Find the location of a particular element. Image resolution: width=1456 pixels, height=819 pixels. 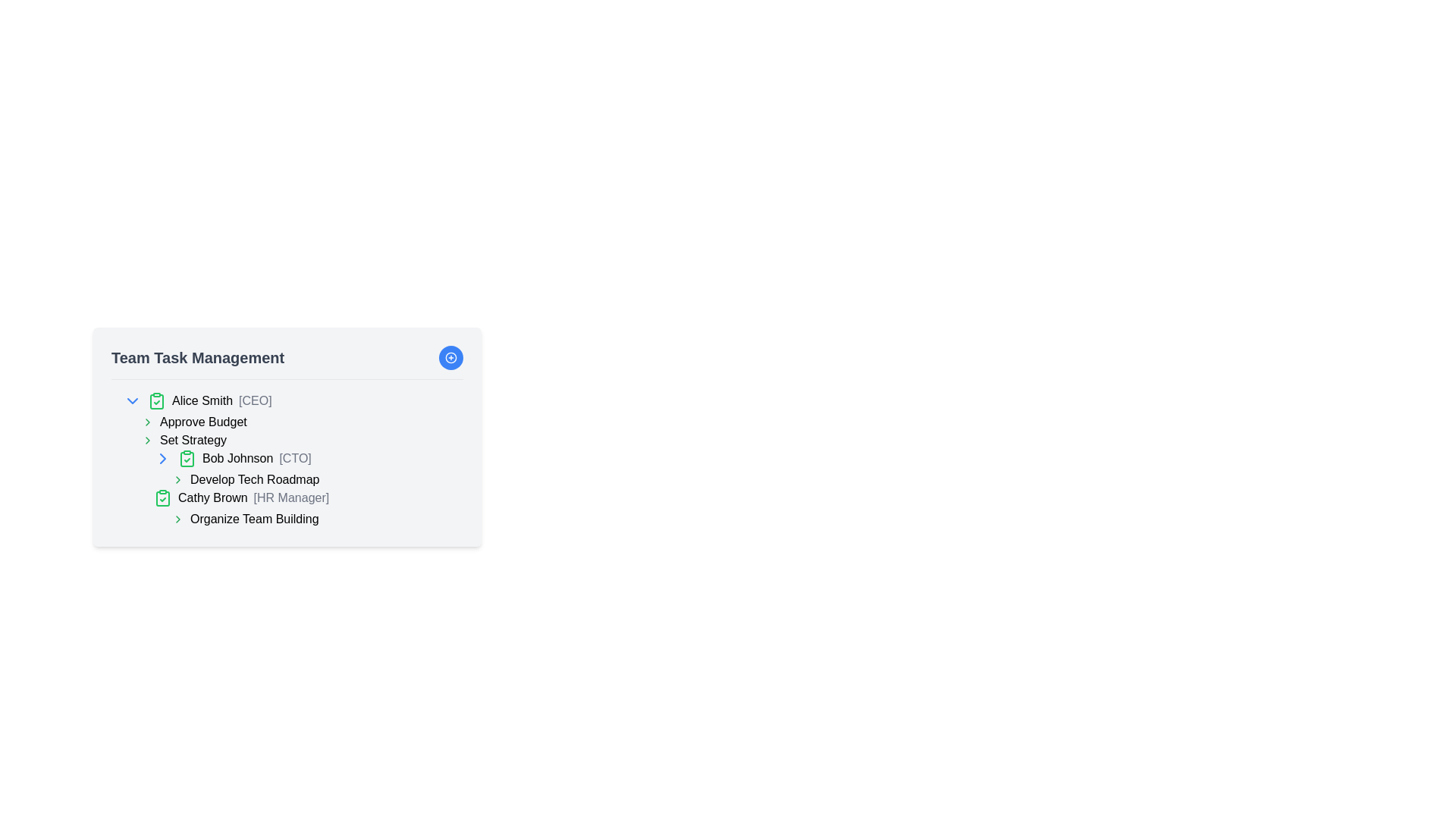

the hierarchical task item representing a person's responsibilities in the 'Team Task Management' list, located between 'Set Strategy' and 'Cathy Brown [HR Manager] Organize Team Building' is located at coordinates (308, 468).